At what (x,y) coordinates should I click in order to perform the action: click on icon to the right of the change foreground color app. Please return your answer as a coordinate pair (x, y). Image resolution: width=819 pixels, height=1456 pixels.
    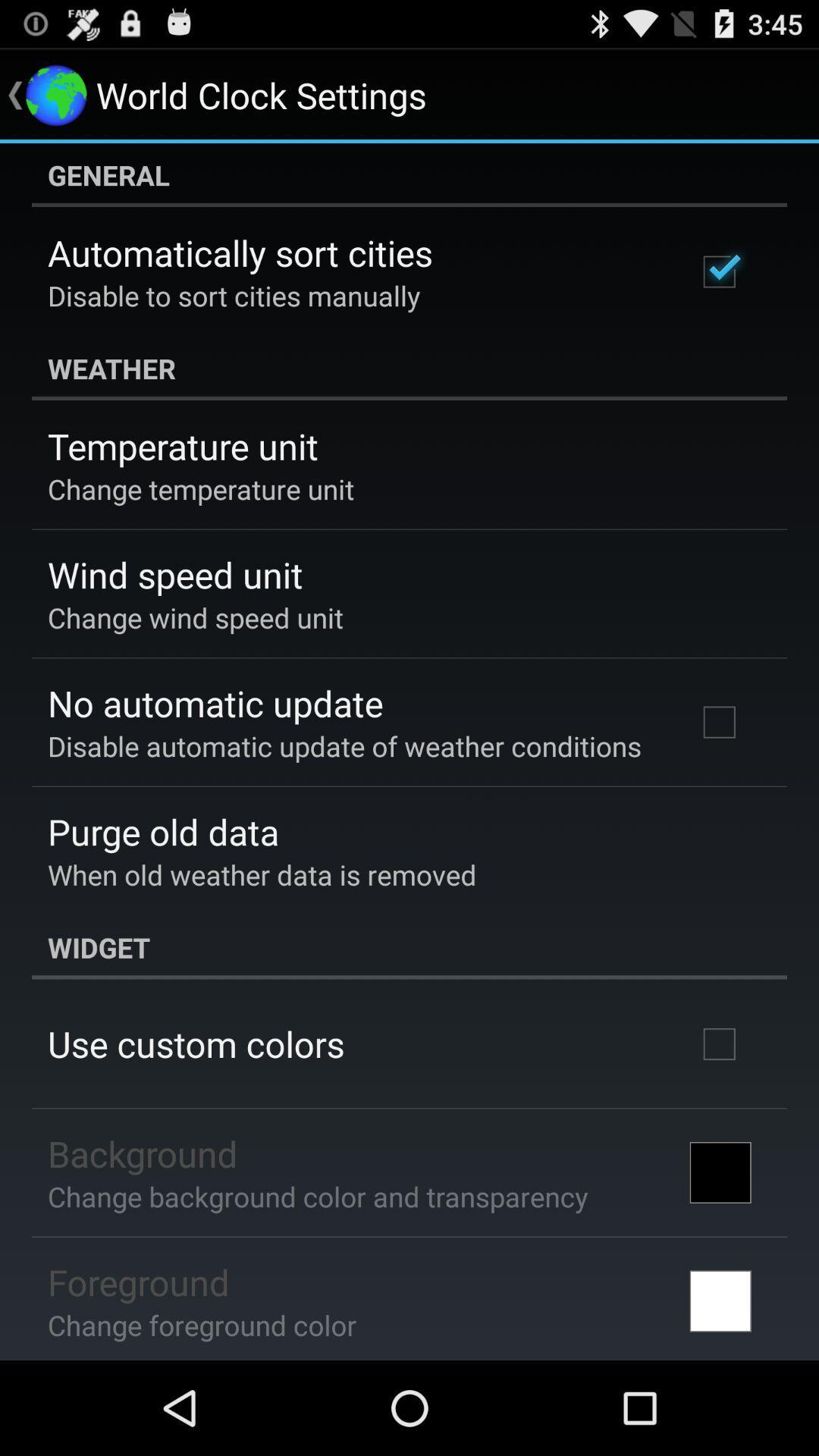
    Looking at the image, I should click on (720, 1300).